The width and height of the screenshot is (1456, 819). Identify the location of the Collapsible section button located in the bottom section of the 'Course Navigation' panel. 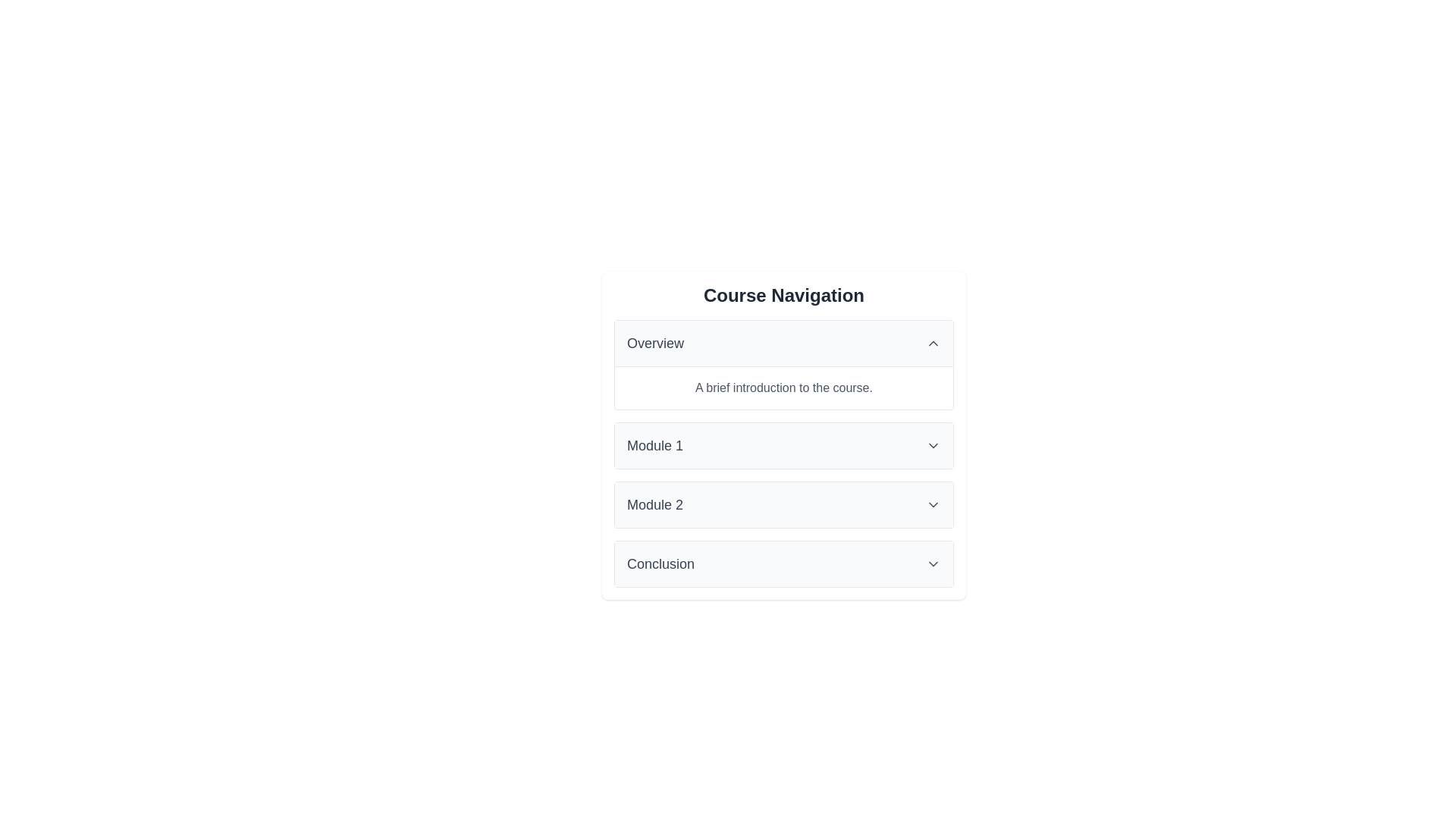
(783, 564).